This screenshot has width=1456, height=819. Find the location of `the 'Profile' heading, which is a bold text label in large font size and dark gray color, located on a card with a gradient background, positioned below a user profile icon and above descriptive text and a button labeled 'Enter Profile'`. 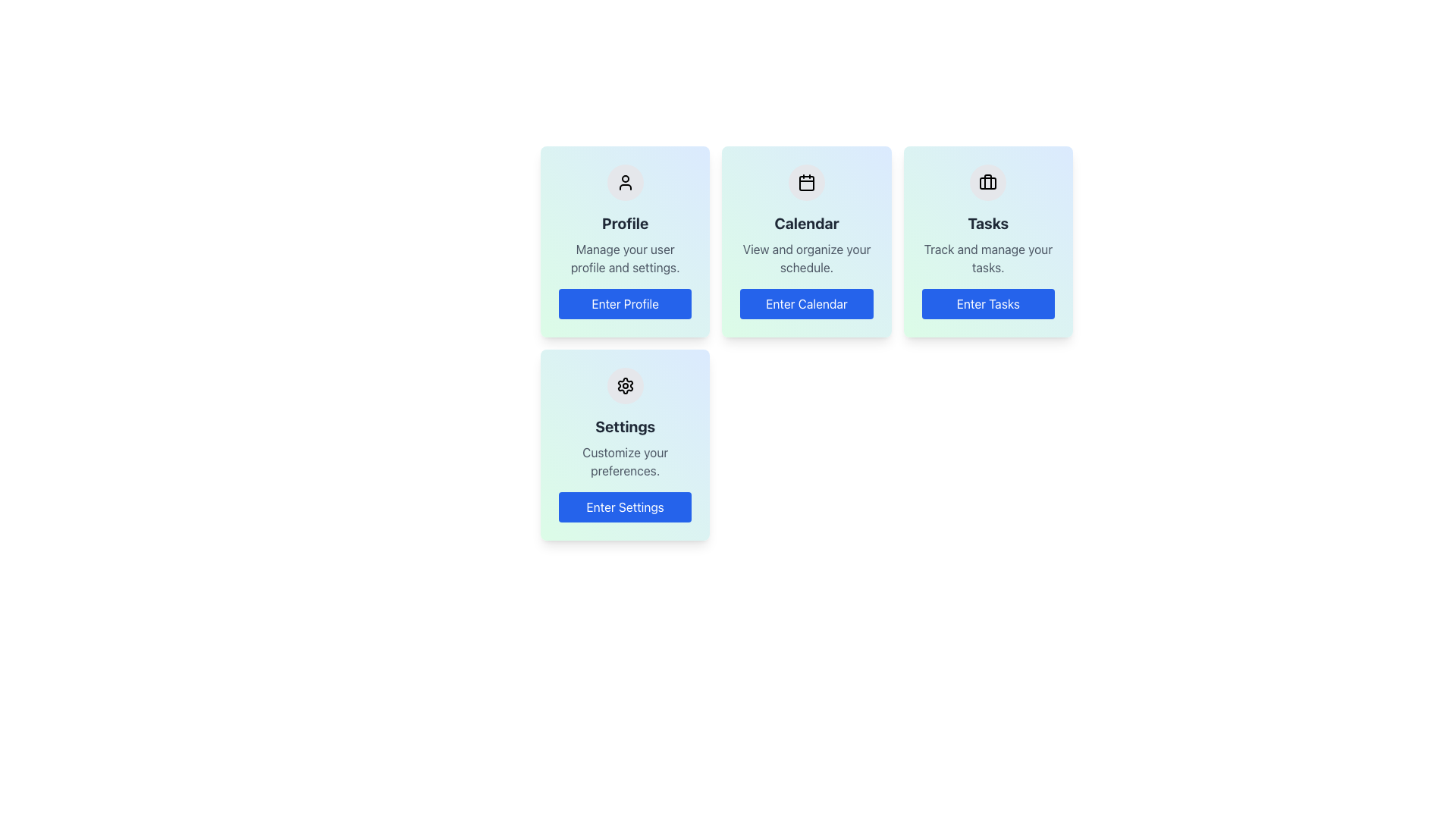

the 'Profile' heading, which is a bold text label in large font size and dark gray color, located on a card with a gradient background, positioned below a user profile icon and above descriptive text and a button labeled 'Enter Profile' is located at coordinates (625, 223).